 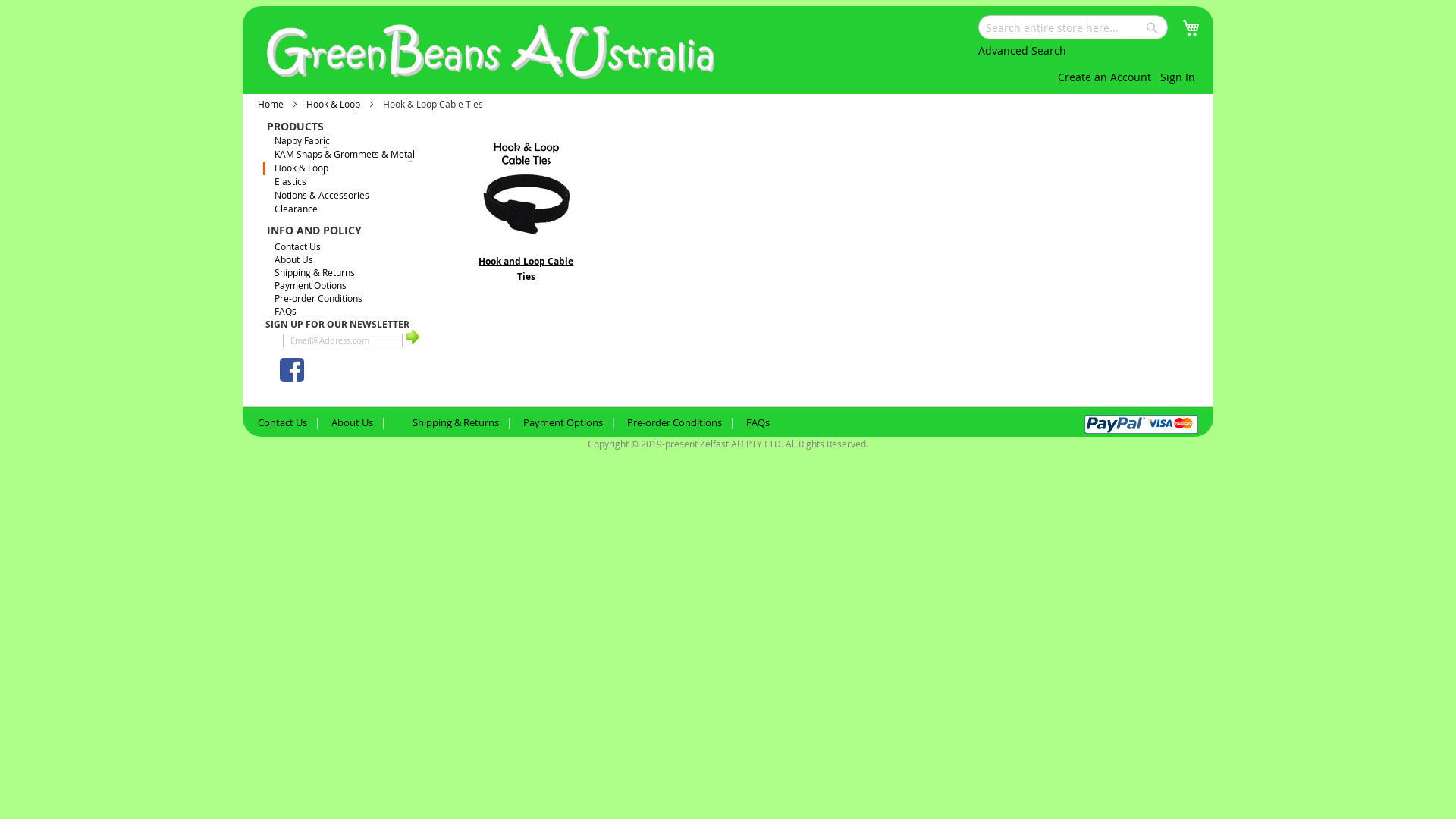 I want to click on 'Pre-order Conditions', so click(x=318, y=298).